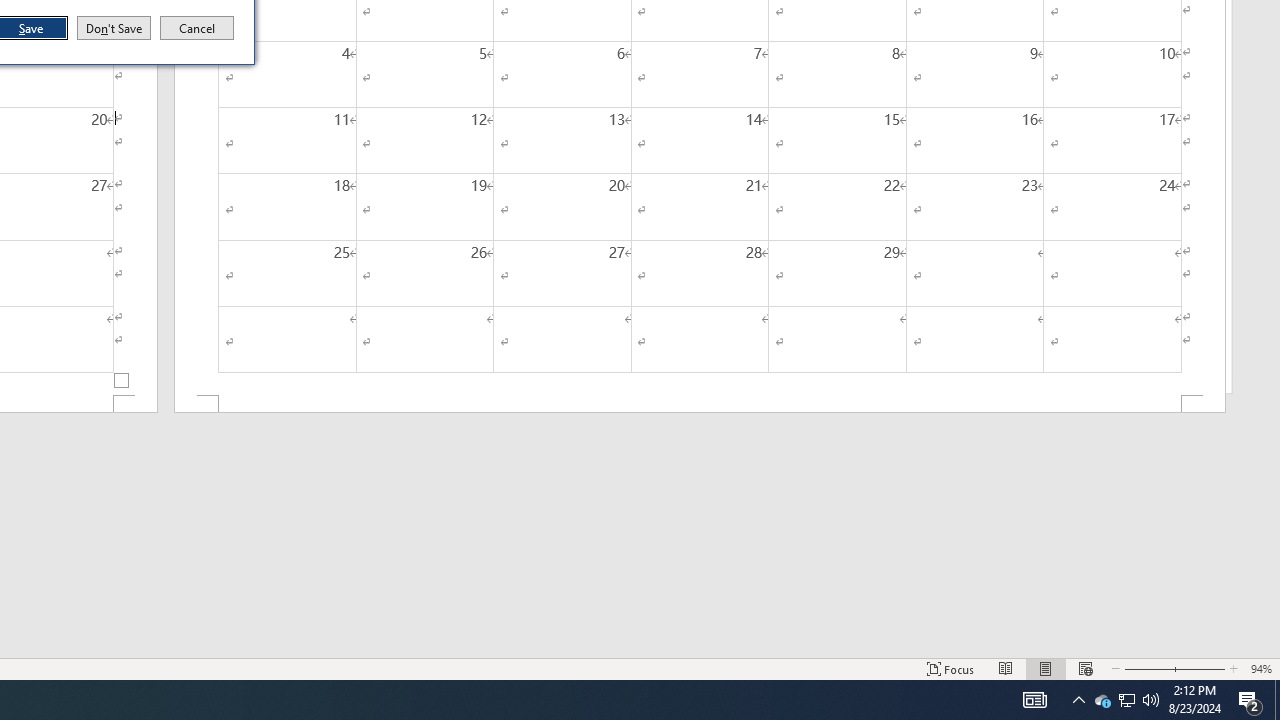 This screenshot has height=720, width=1280. Describe the element at coordinates (700, 404) in the screenshot. I see `'Footer -Section 2-'` at that location.